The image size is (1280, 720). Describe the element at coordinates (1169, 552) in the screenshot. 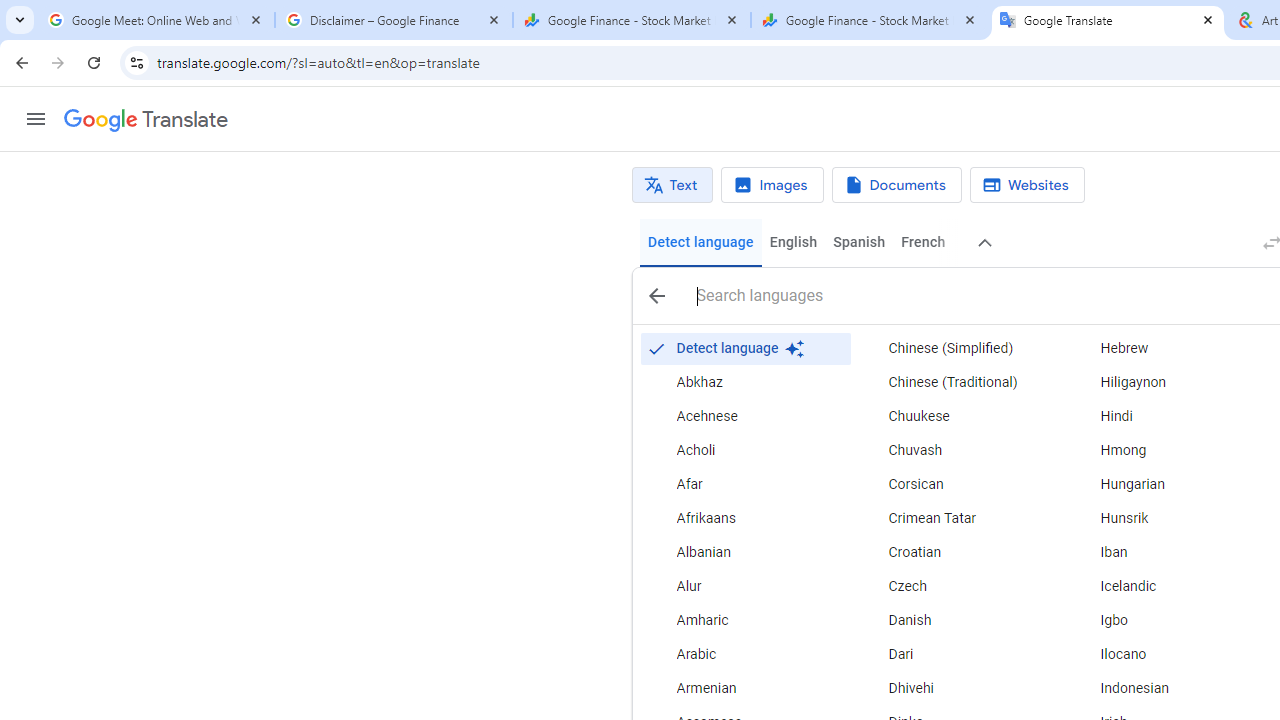

I see `'Iban'` at that location.